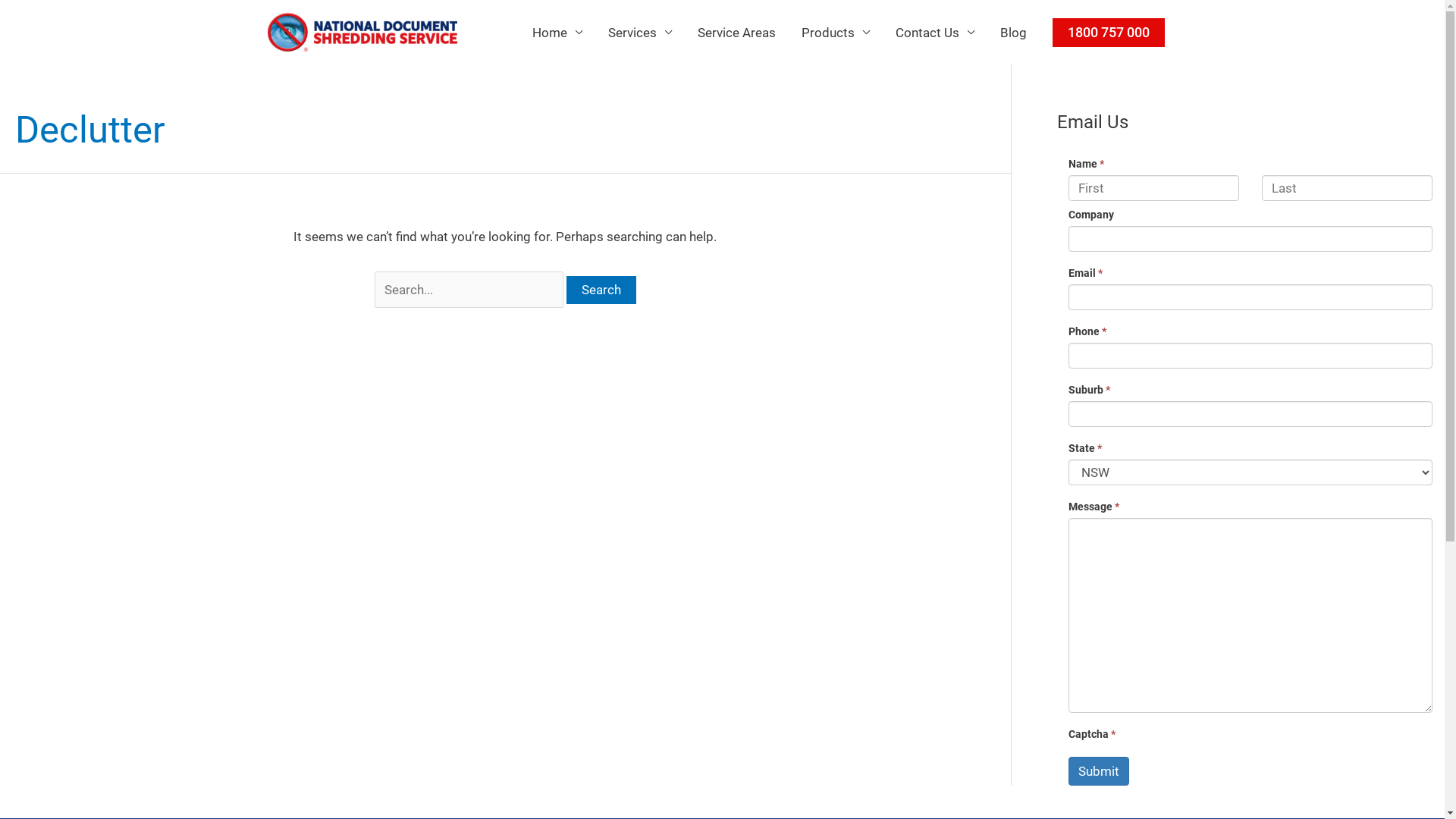 The width and height of the screenshot is (1456, 819). I want to click on 'Services', so click(639, 32).